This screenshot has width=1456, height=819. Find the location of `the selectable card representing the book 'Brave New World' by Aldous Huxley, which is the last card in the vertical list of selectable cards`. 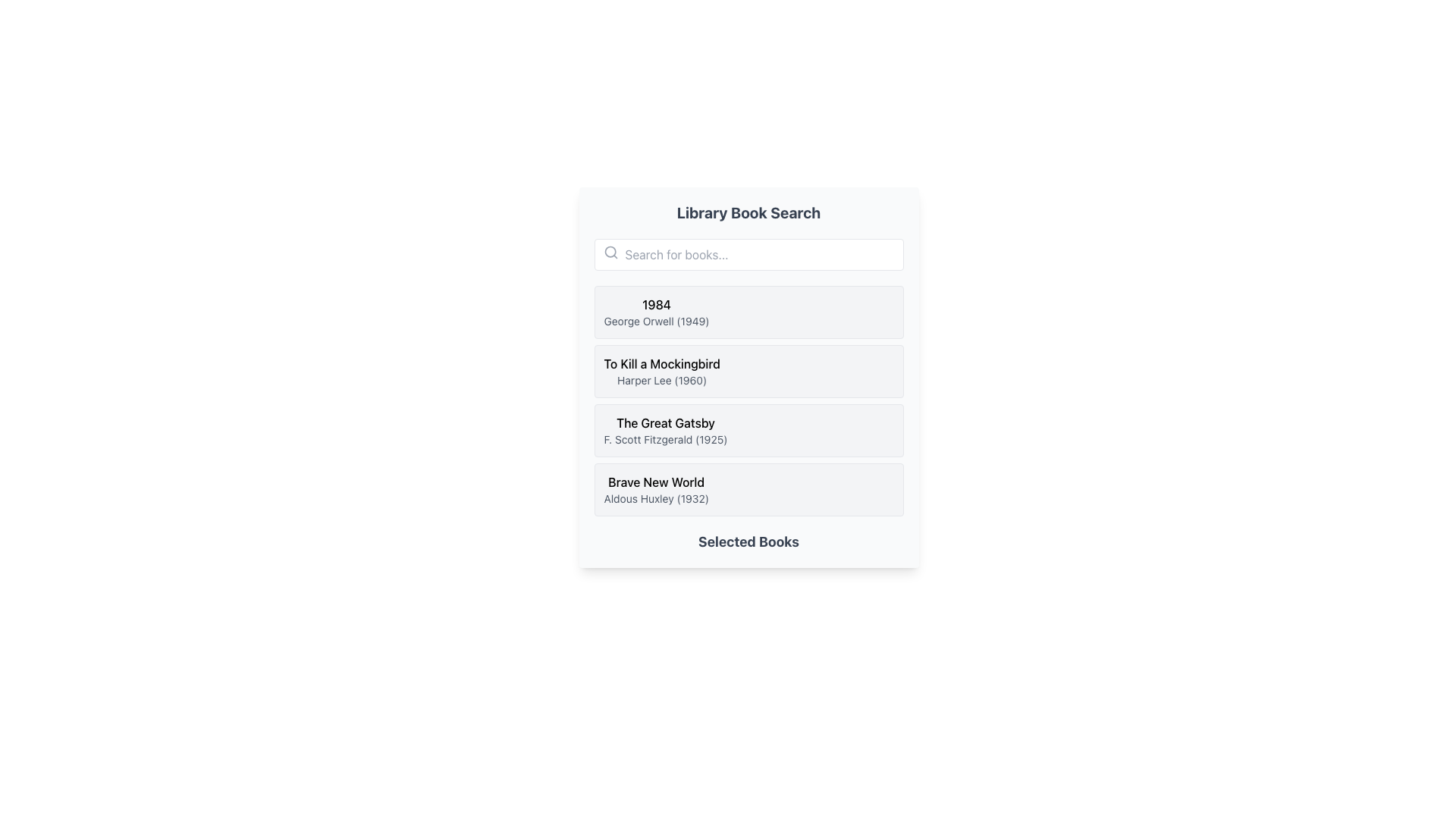

the selectable card representing the book 'Brave New World' by Aldous Huxley, which is the last card in the vertical list of selectable cards is located at coordinates (748, 489).